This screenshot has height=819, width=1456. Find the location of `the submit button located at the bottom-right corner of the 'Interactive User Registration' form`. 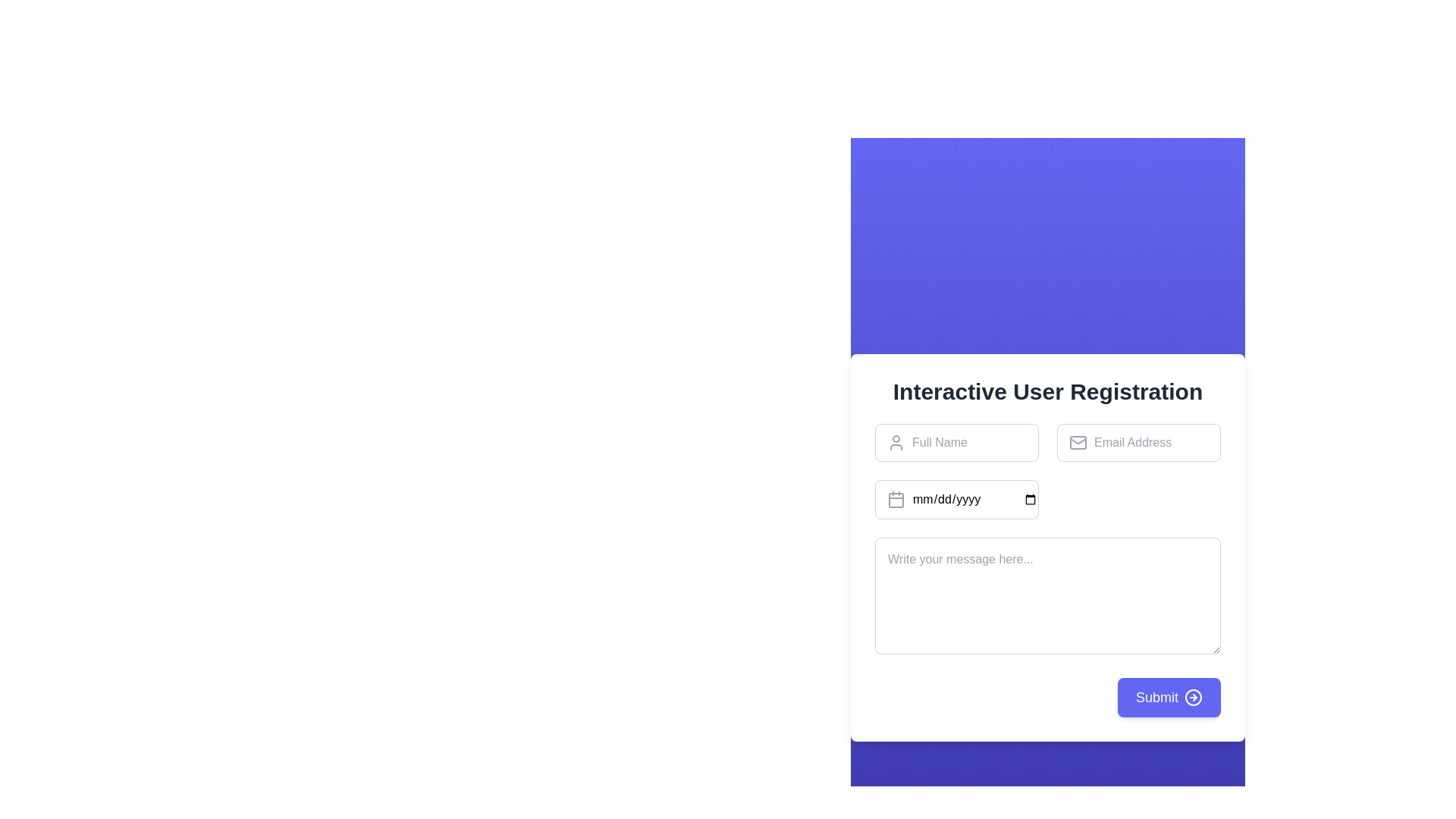

the submit button located at the bottom-right corner of the 'Interactive User Registration' form is located at coordinates (1168, 697).